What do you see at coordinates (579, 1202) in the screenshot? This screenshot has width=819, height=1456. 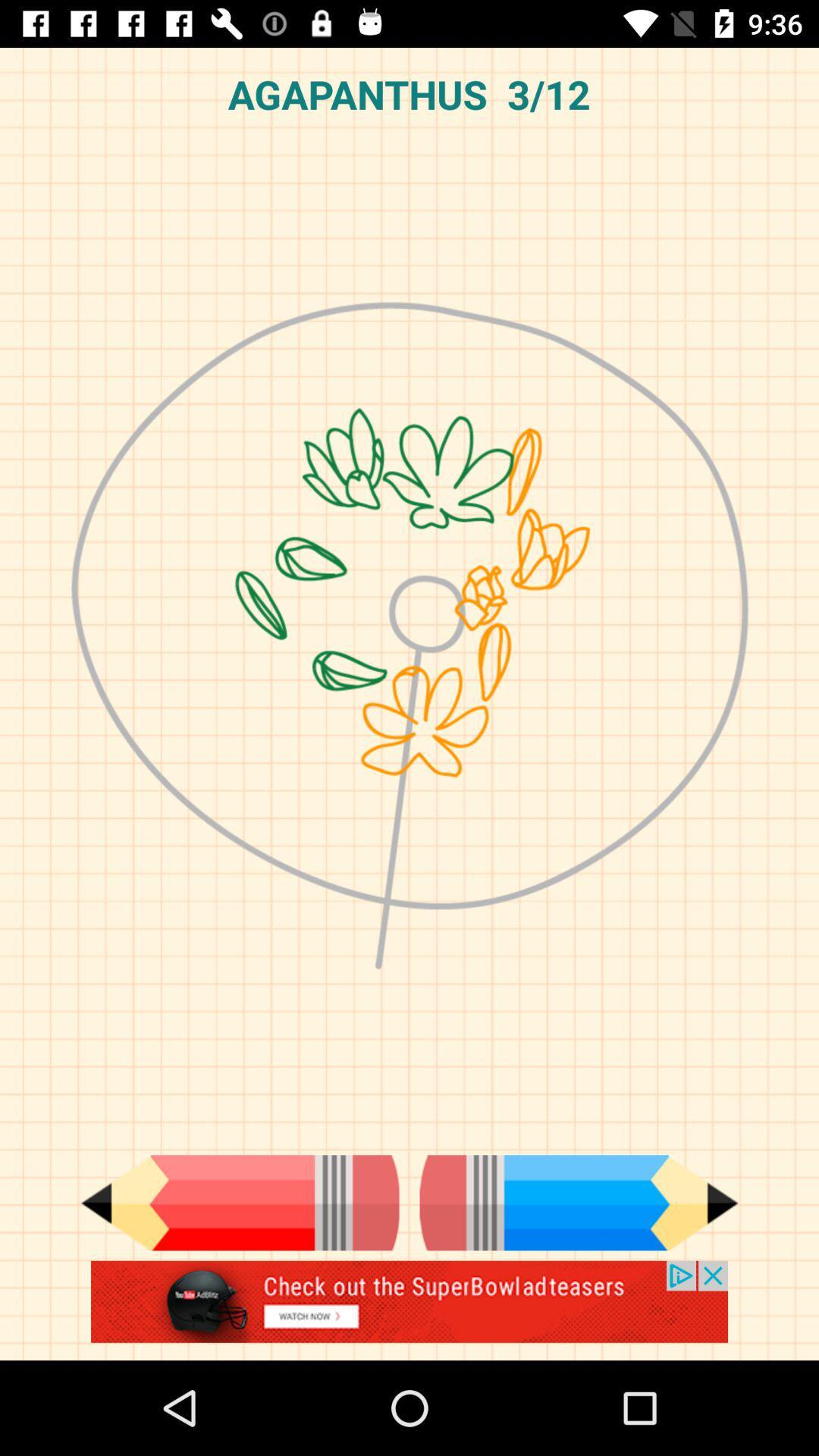 I see `go next` at bounding box center [579, 1202].